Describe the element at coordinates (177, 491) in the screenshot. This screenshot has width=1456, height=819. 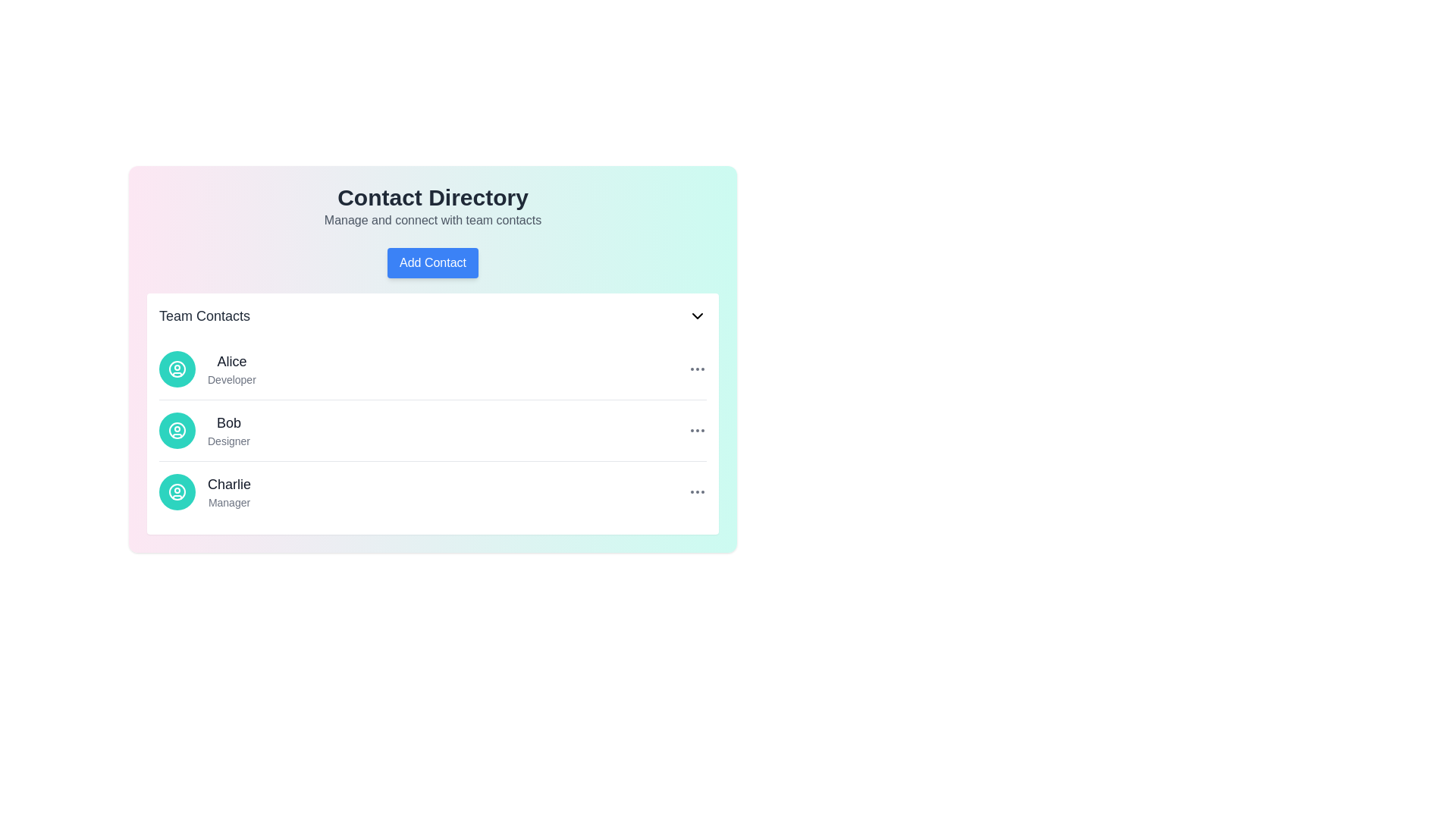
I see `the circular teal icon with a white user icon in the center, located to the left of the text 'Charlie' and 'Manager' in the 'Team Contacts' section` at that location.